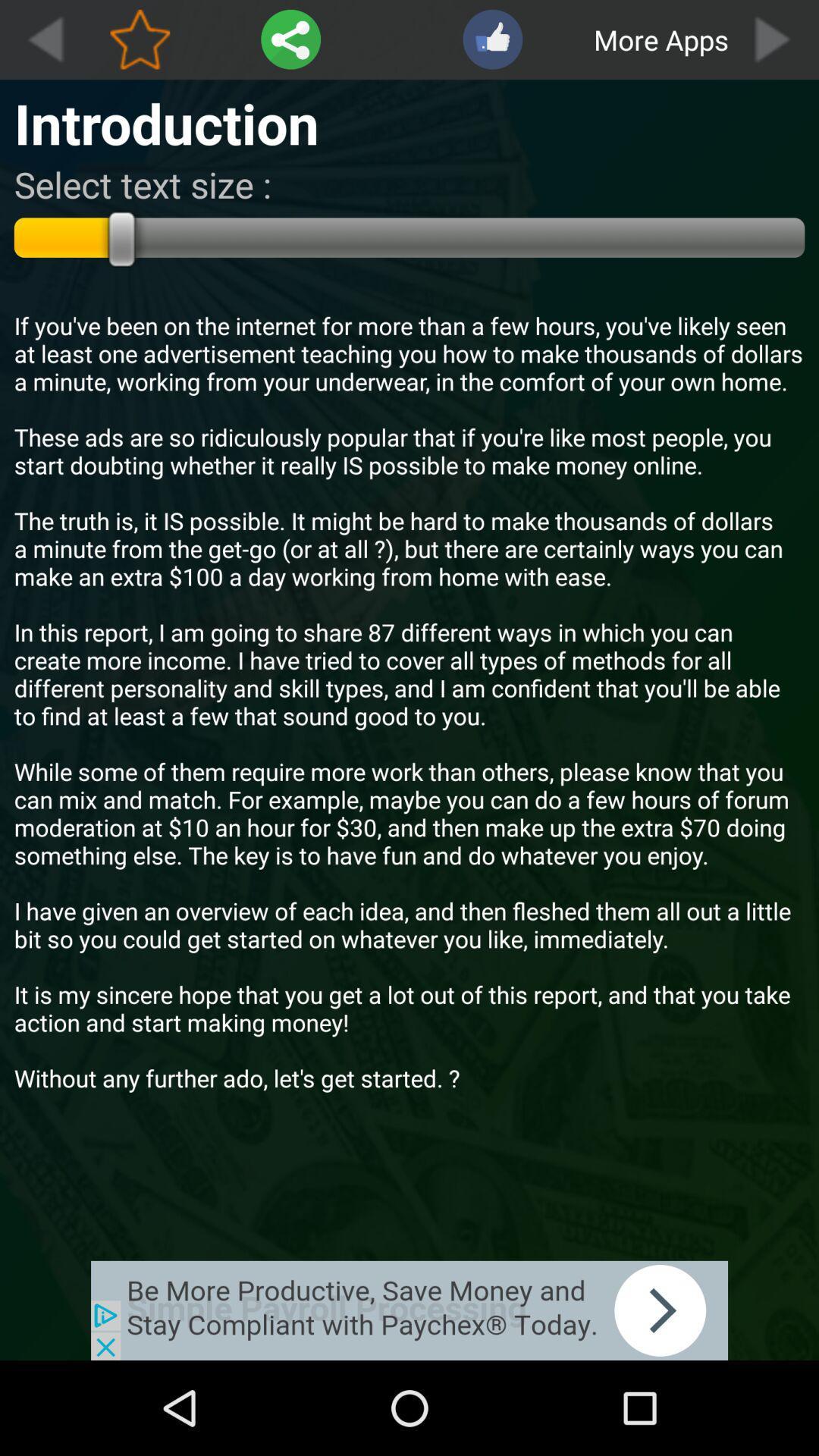  I want to click on setting, so click(290, 39).